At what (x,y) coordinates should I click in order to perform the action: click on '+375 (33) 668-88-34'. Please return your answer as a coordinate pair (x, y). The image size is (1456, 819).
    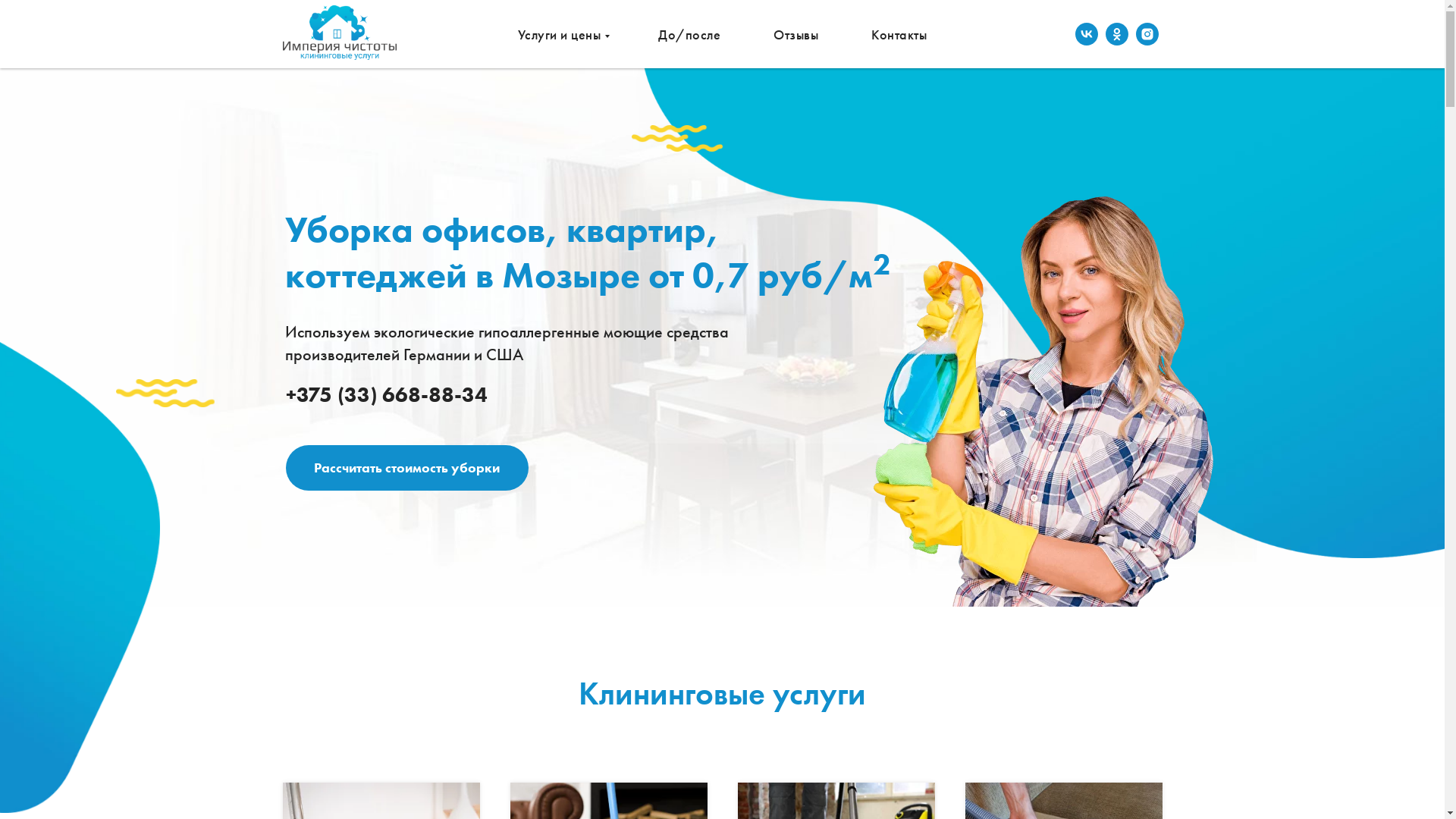
    Looking at the image, I should click on (385, 394).